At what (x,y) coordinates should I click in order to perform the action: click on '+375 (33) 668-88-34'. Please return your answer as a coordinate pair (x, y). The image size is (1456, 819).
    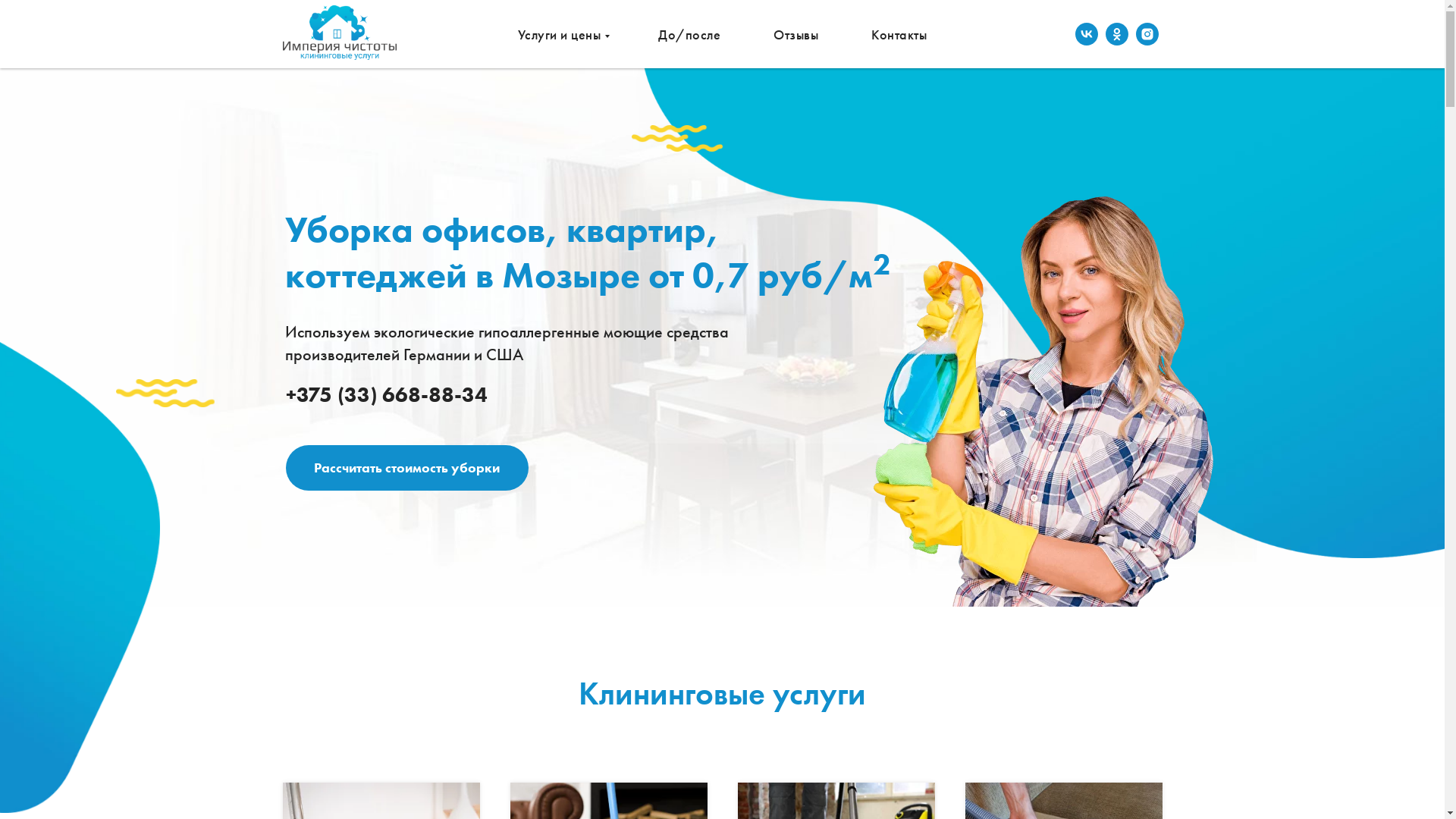
    Looking at the image, I should click on (385, 394).